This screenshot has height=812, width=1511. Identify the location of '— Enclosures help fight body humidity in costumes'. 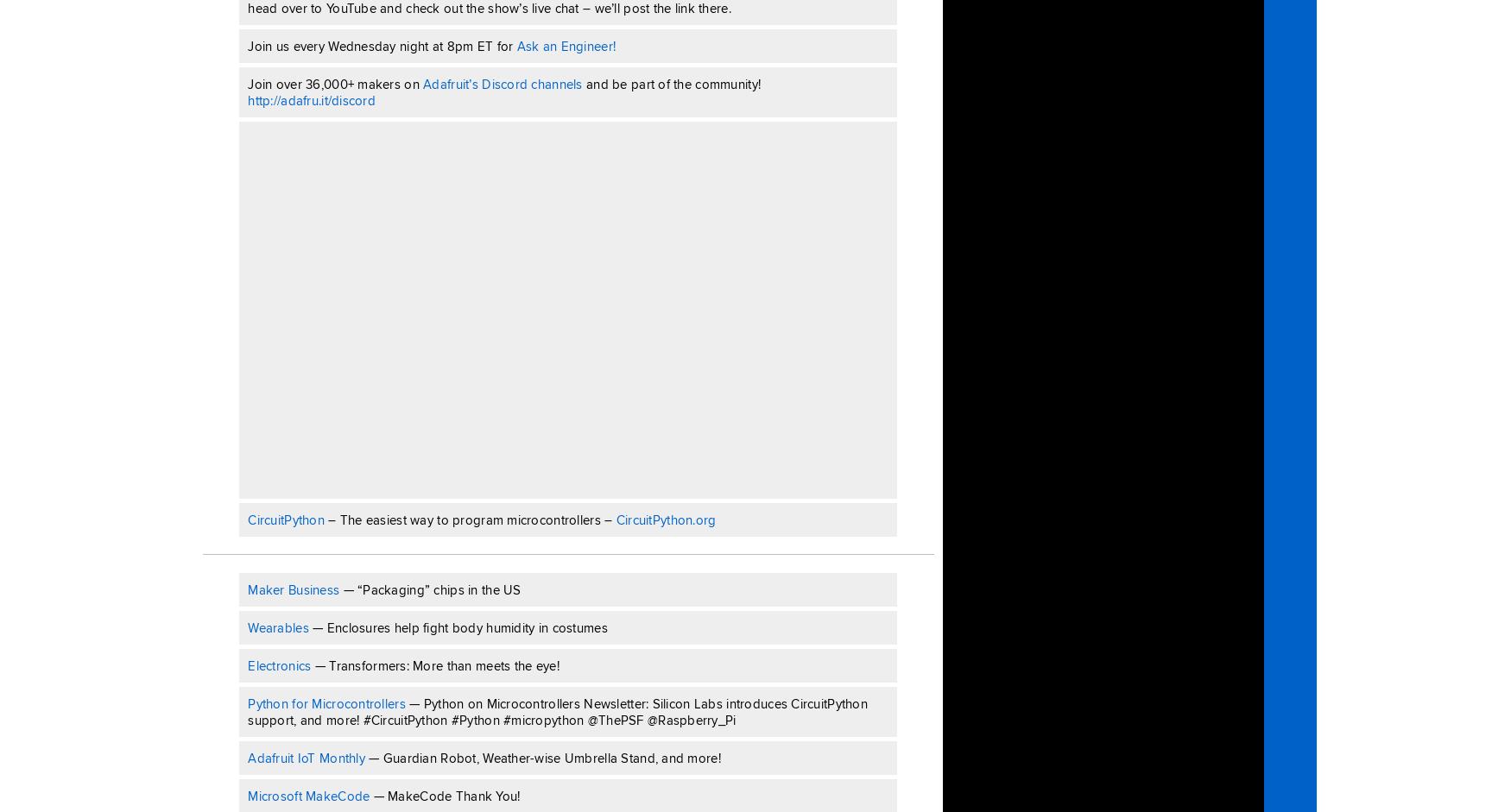
(457, 627).